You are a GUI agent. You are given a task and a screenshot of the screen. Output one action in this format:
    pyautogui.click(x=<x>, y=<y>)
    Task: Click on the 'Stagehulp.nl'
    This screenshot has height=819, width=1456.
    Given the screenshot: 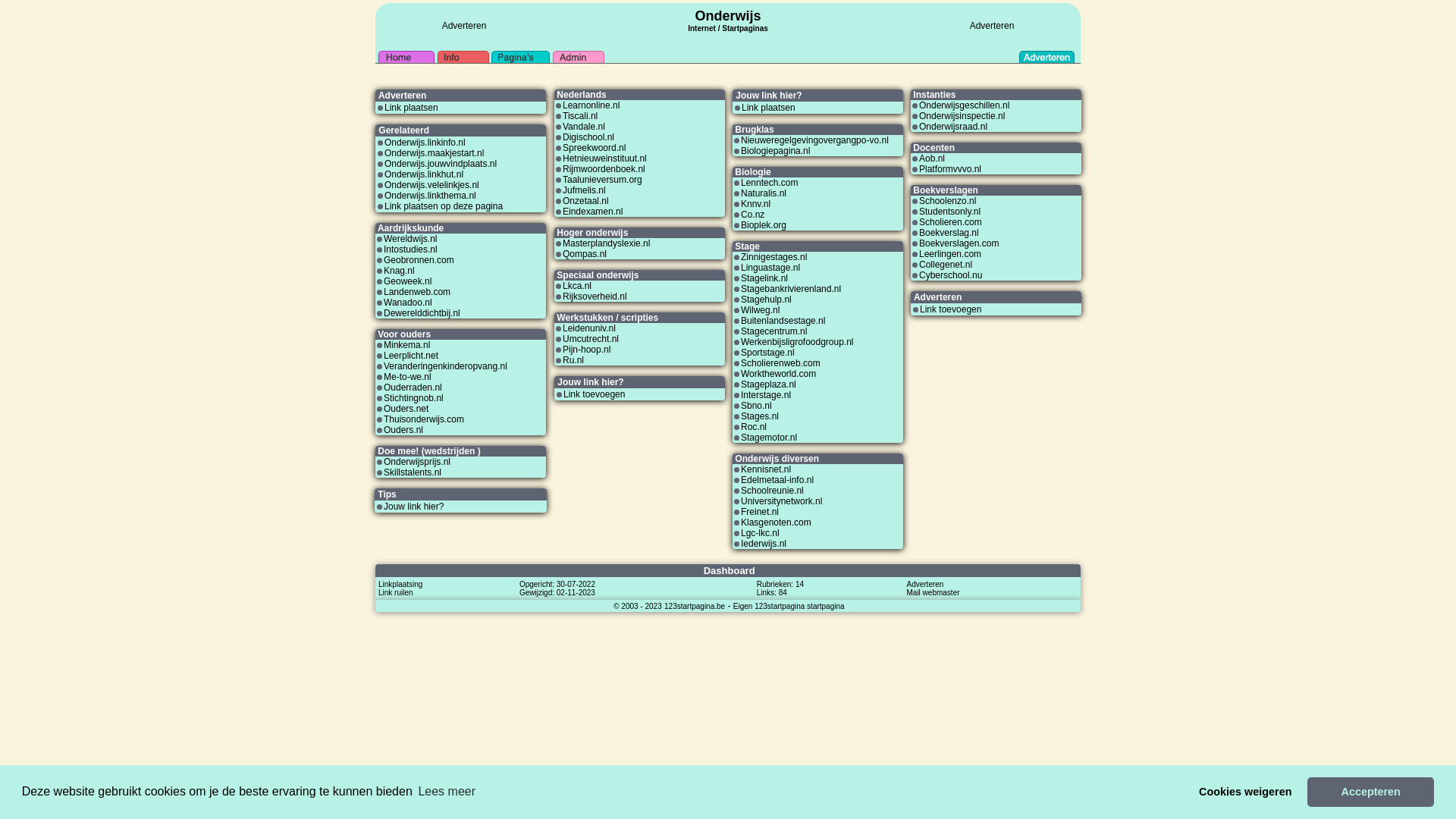 What is the action you would take?
    pyautogui.click(x=766, y=299)
    